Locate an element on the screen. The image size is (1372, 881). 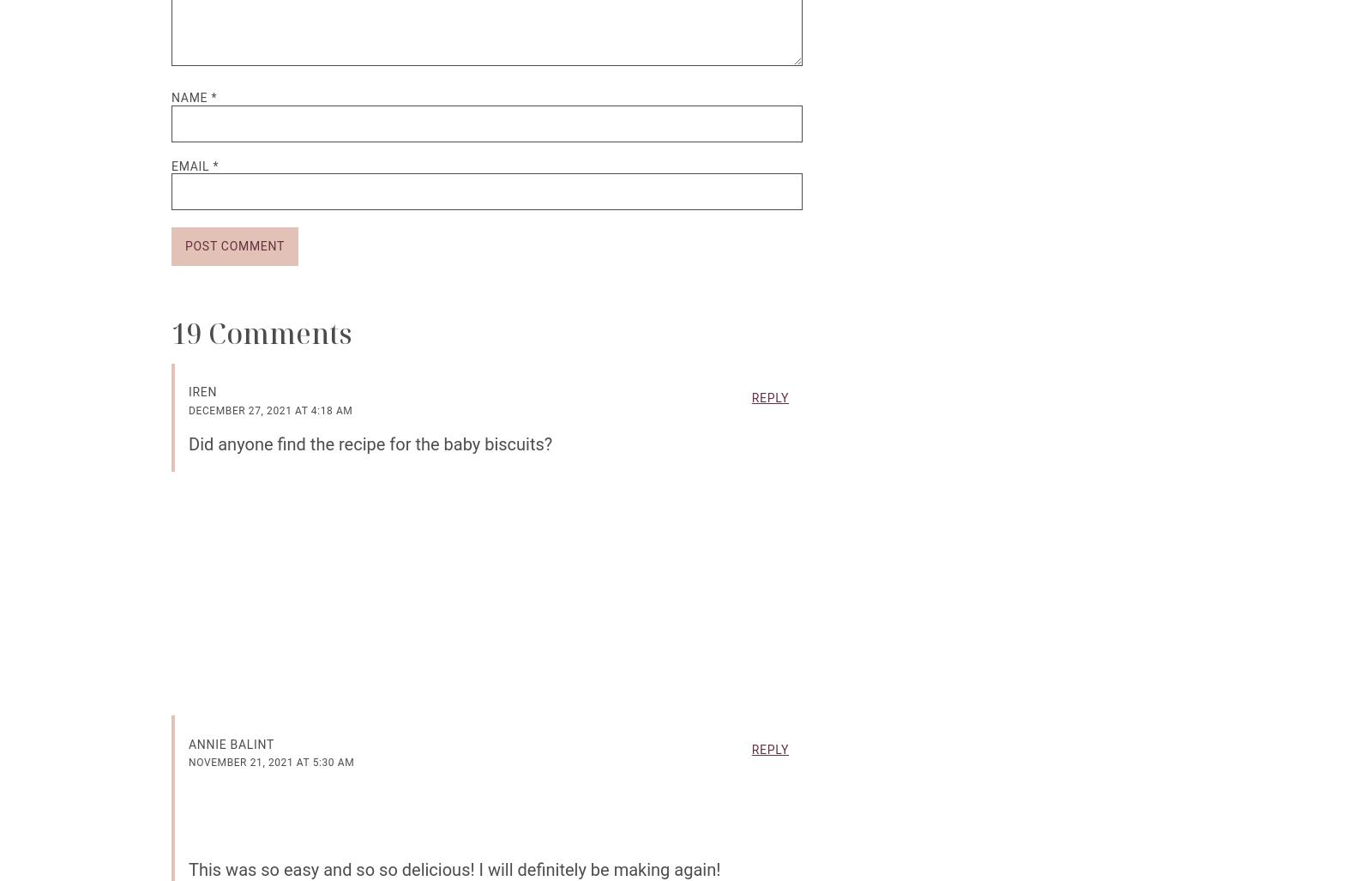
'December 27, 2021 at 4:18 am' is located at coordinates (270, 410).